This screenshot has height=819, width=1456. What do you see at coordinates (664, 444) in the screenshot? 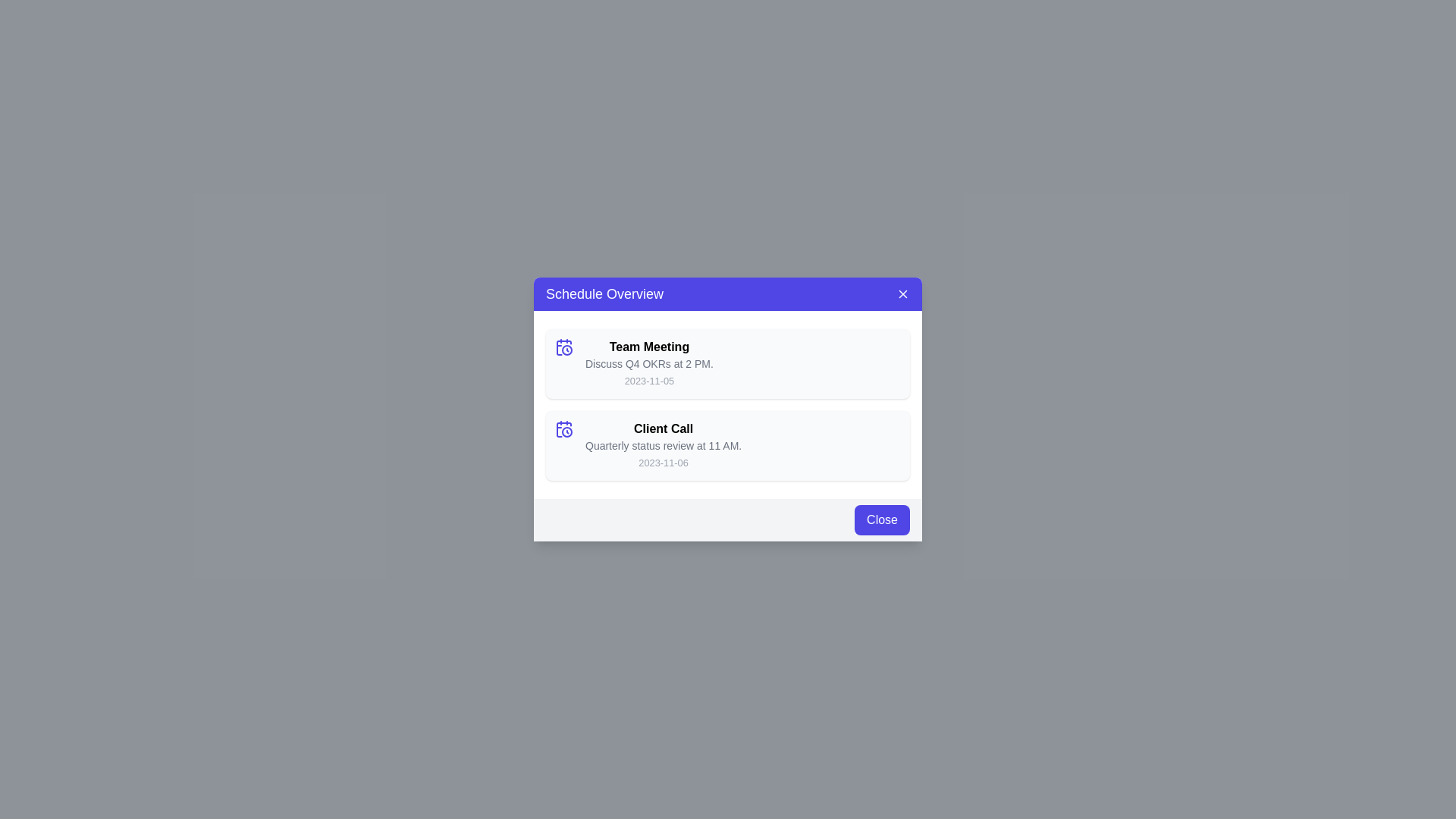
I see `event details from the composite text display element titled 'Client Call' located in the 'Schedule Overview' panel, which includes the heading, secondary text, and date` at bounding box center [664, 444].